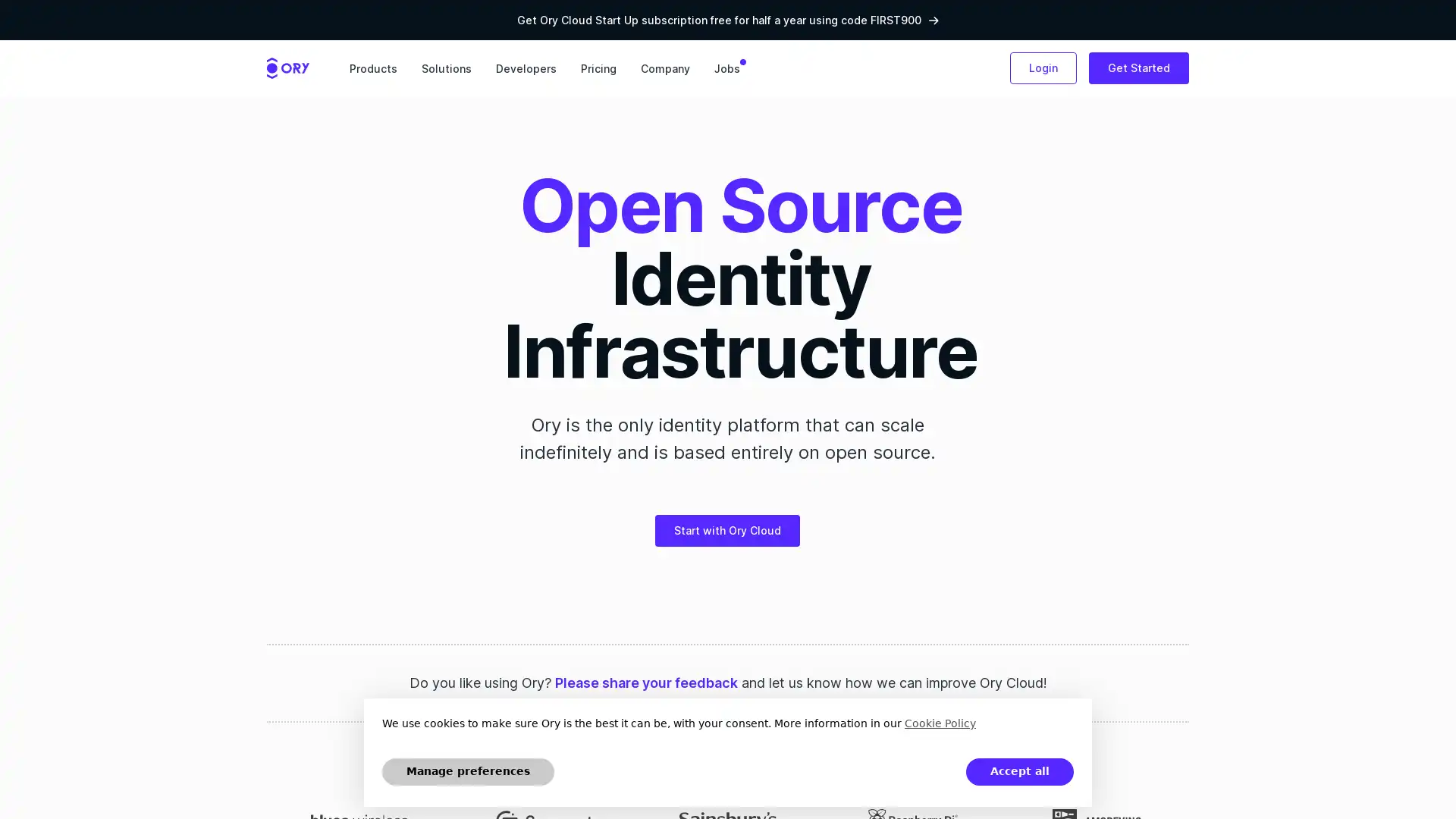 The height and width of the screenshot is (819, 1456). I want to click on Accept all, so click(1019, 772).